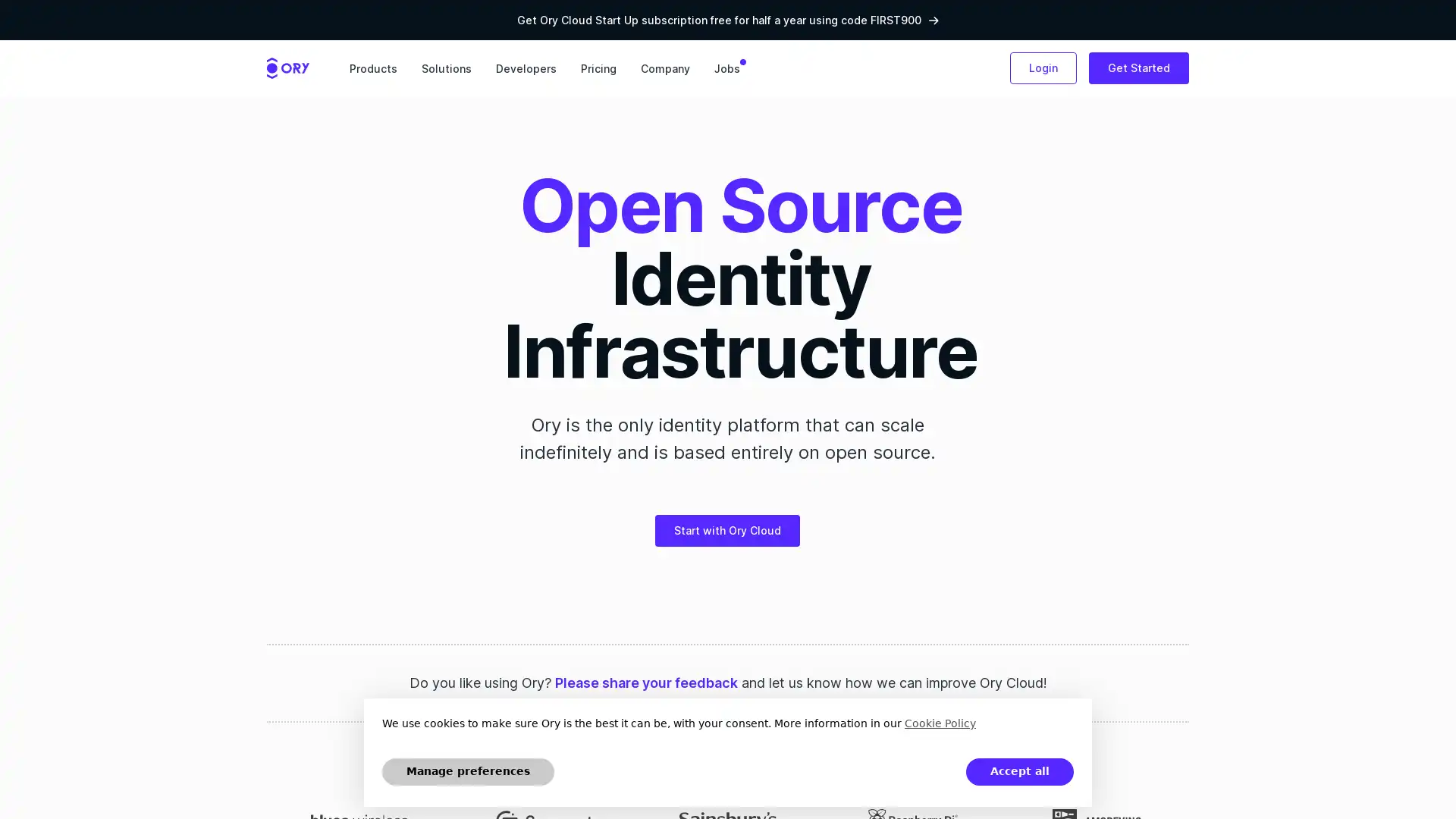 The height and width of the screenshot is (819, 1456). I want to click on Accept all, so click(1019, 772).